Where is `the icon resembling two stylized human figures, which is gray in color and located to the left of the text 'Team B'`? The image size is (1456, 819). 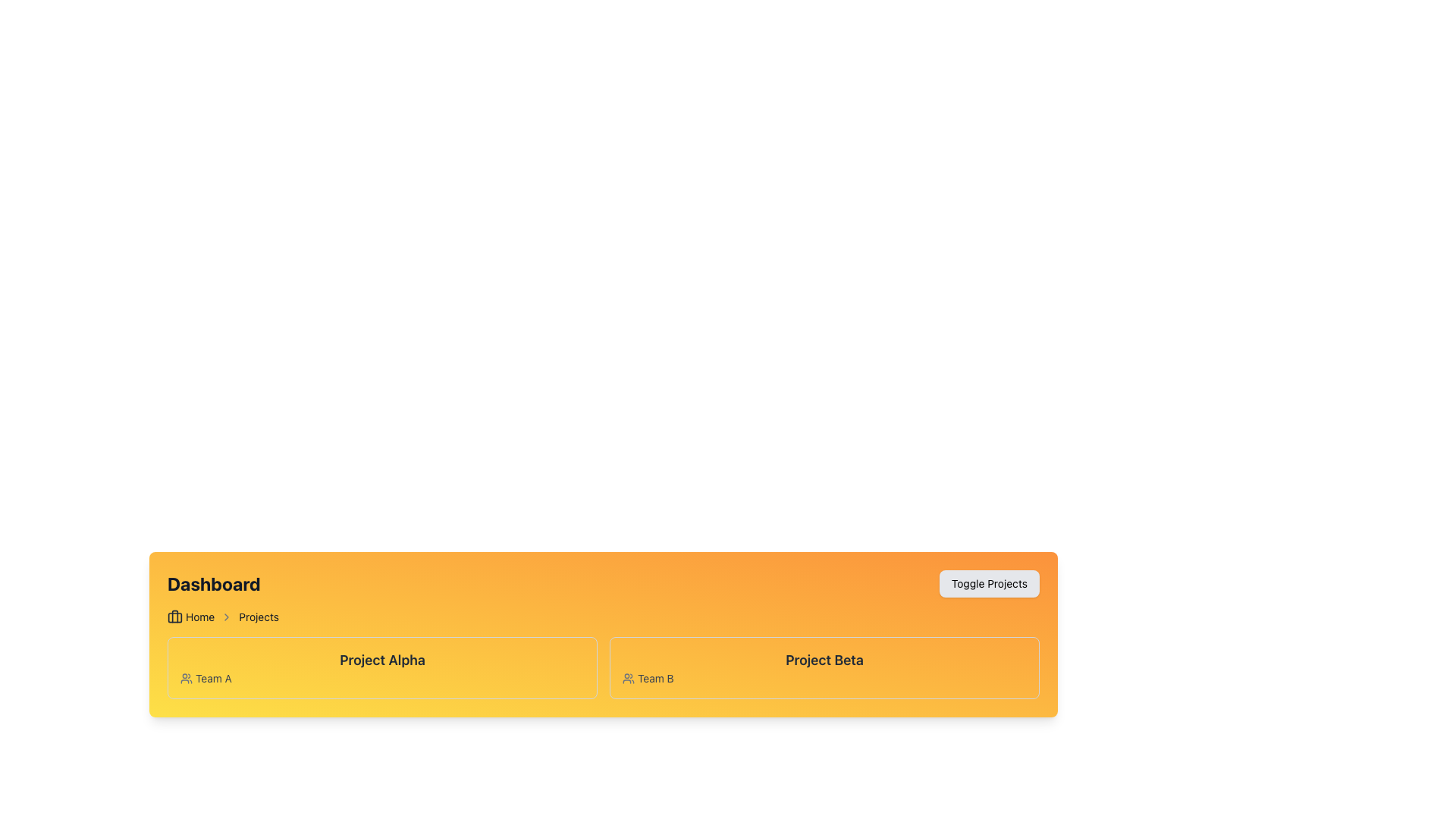
the icon resembling two stylized human figures, which is gray in color and located to the left of the text 'Team B' is located at coordinates (629, 677).